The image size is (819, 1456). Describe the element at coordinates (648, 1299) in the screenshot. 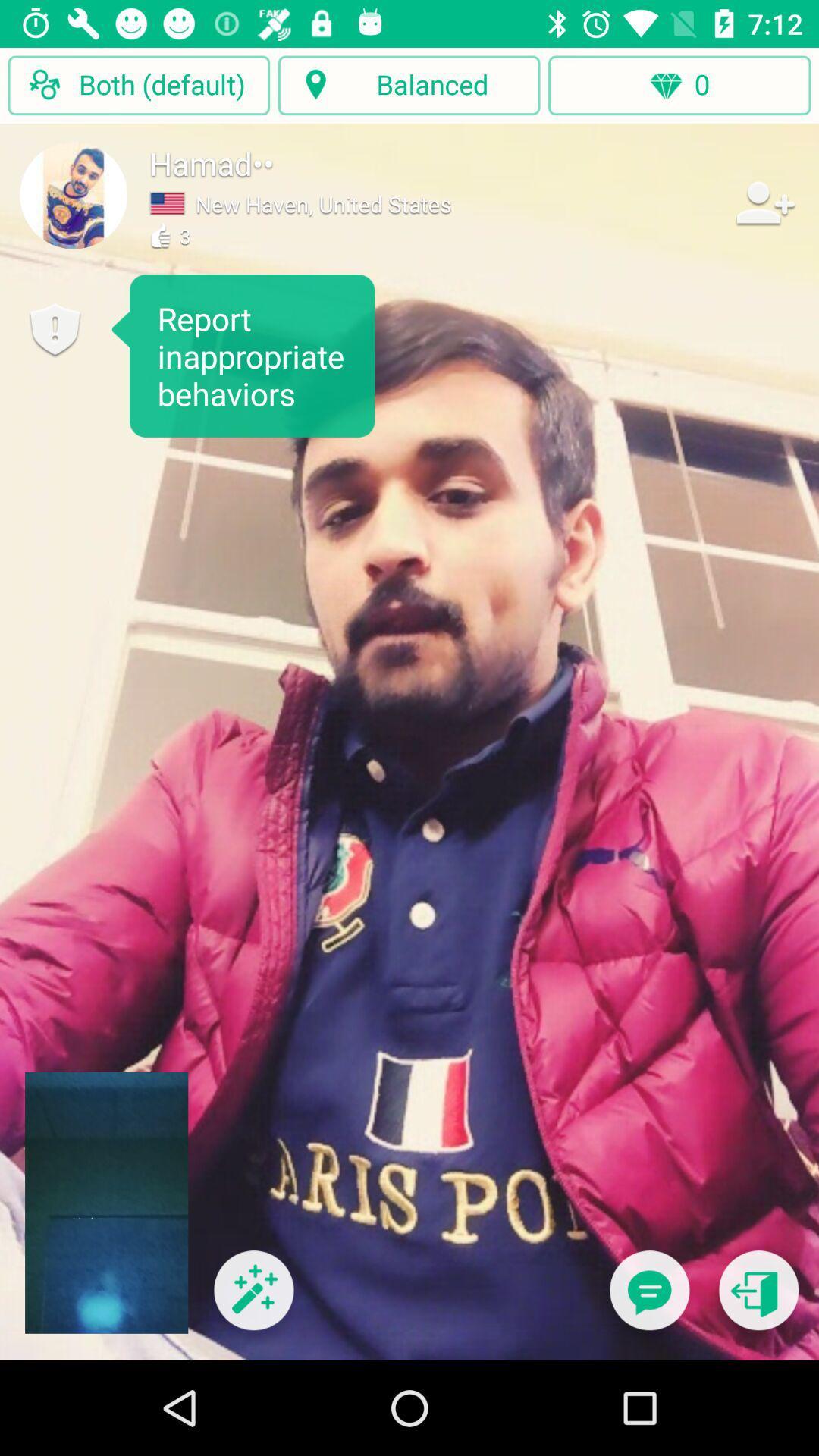

I see `item below 0 item` at that location.